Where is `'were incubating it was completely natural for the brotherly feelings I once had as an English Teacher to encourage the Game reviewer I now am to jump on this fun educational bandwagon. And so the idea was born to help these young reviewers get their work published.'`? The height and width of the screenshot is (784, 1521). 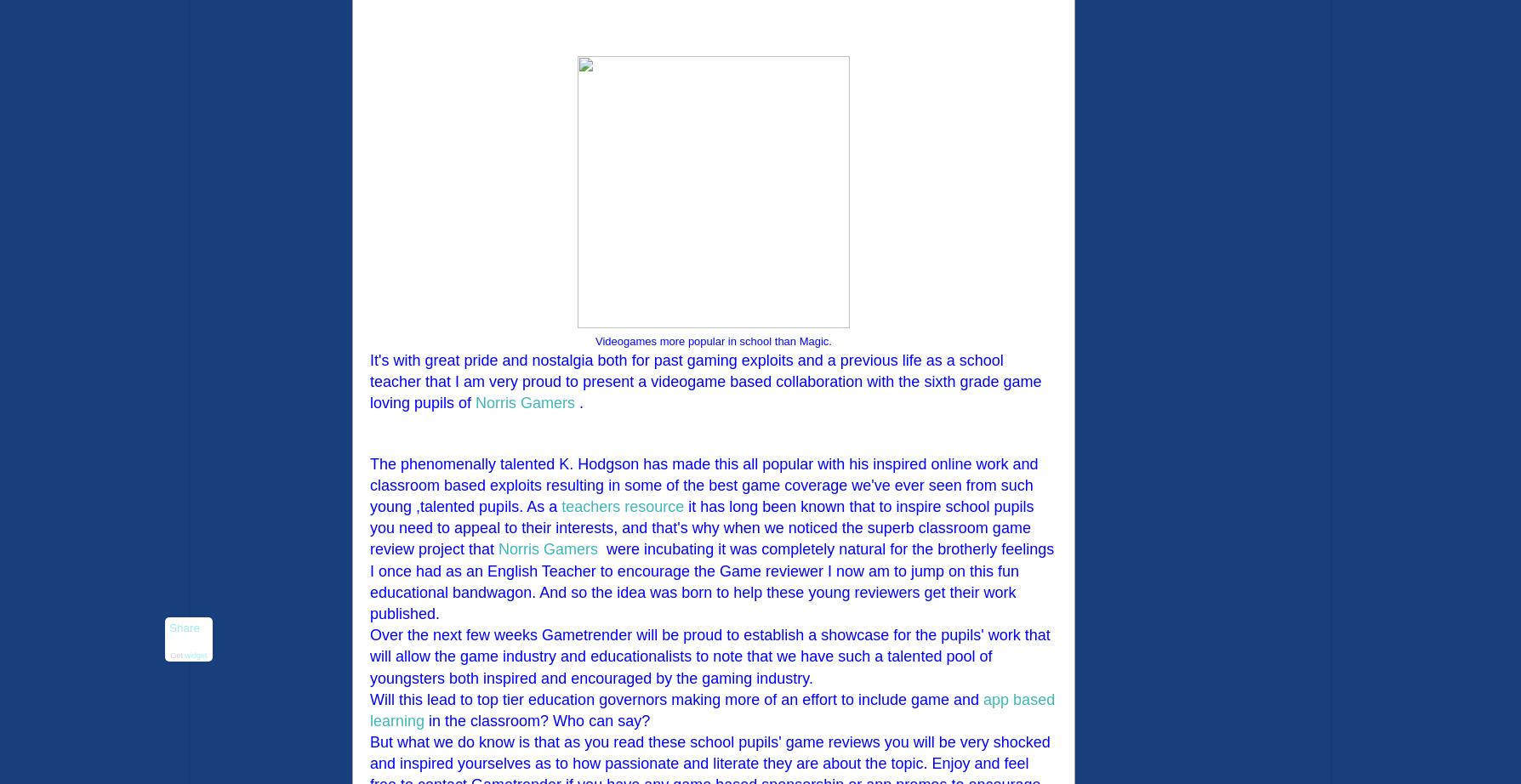 'were incubating it was completely natural for the brotherly feelings I once had as an English Teacher to encourage the Game reviewer I now am to jump on this fun educational bandwagon. And so the idea was born to help these young reviewers get their work published.' is located at coordinates (710, 581).